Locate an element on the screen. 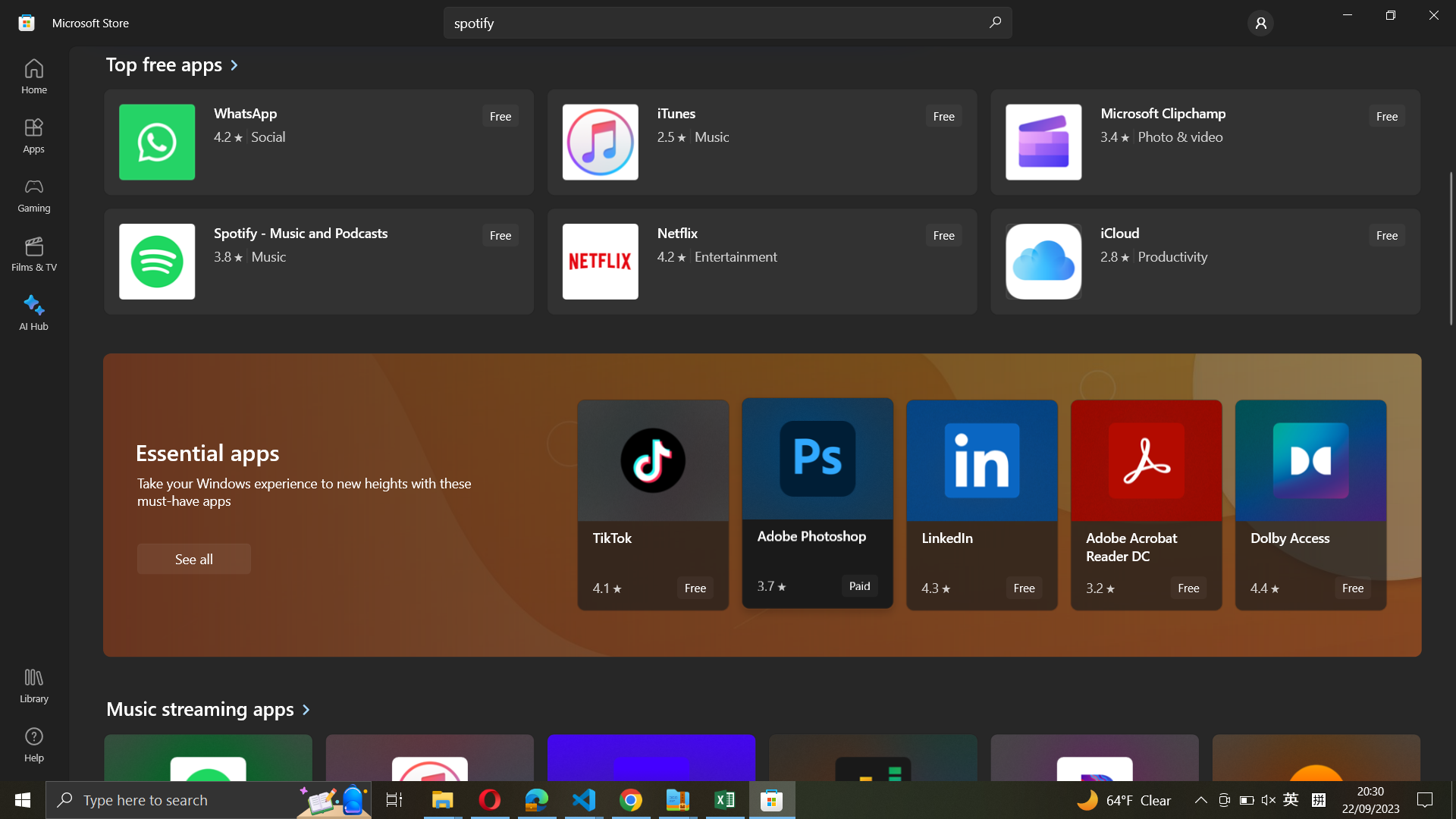  Help Menu is located at coordinates (33, 743).